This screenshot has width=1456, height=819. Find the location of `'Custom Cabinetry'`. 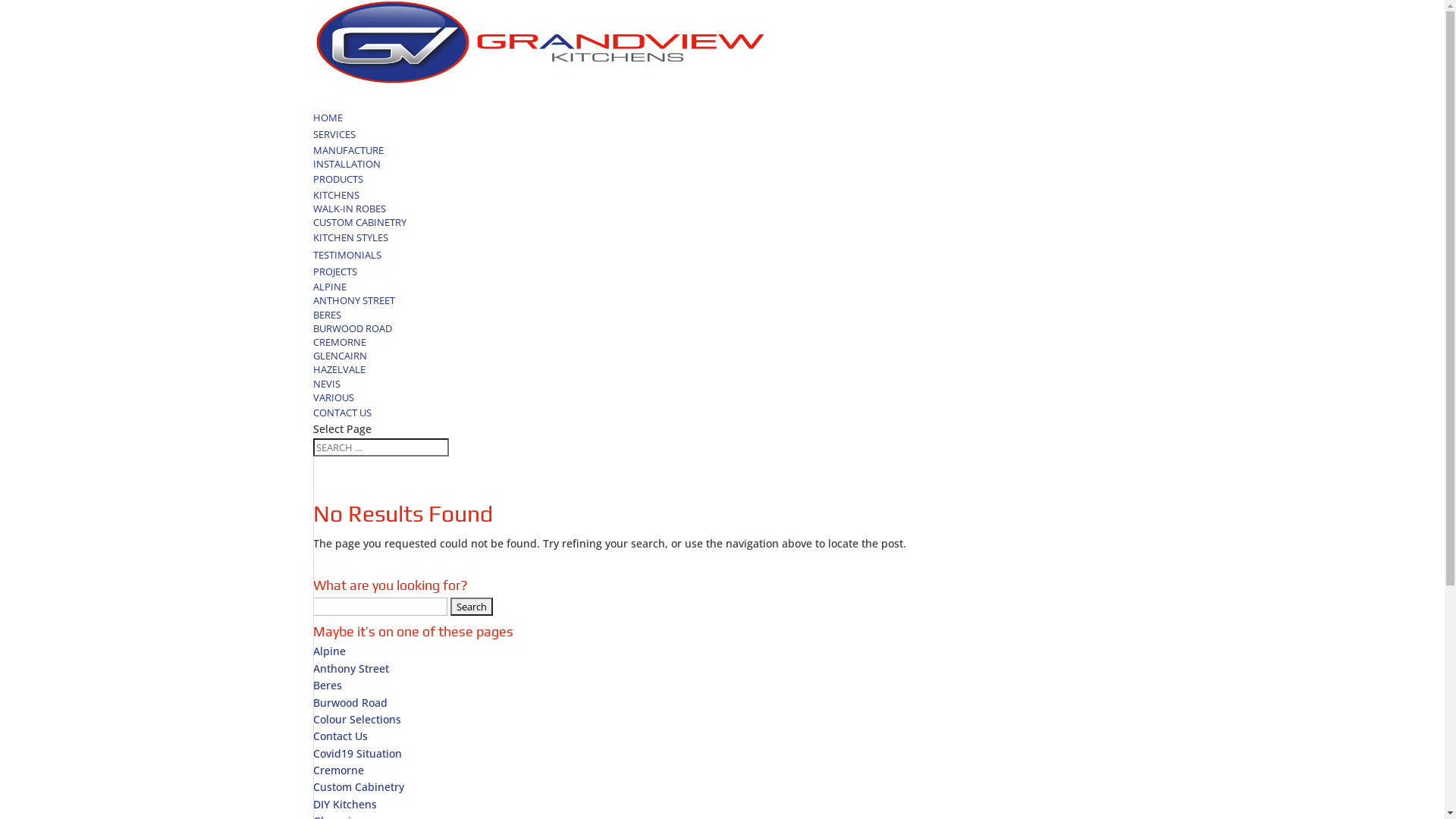

'Custom Cabinetry' is located at coordinates (356, 786).